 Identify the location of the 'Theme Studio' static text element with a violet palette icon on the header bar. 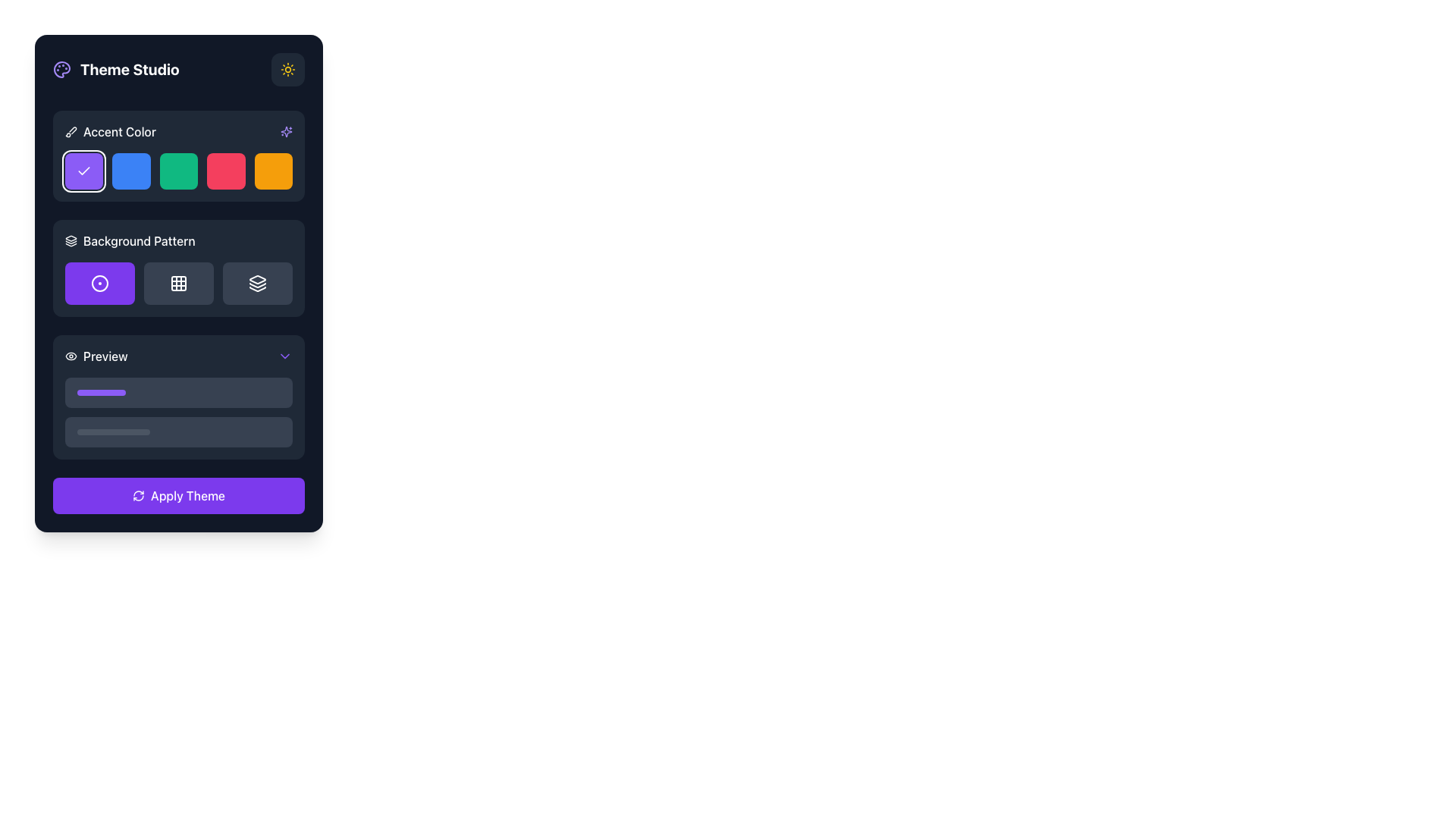
(115, 70).